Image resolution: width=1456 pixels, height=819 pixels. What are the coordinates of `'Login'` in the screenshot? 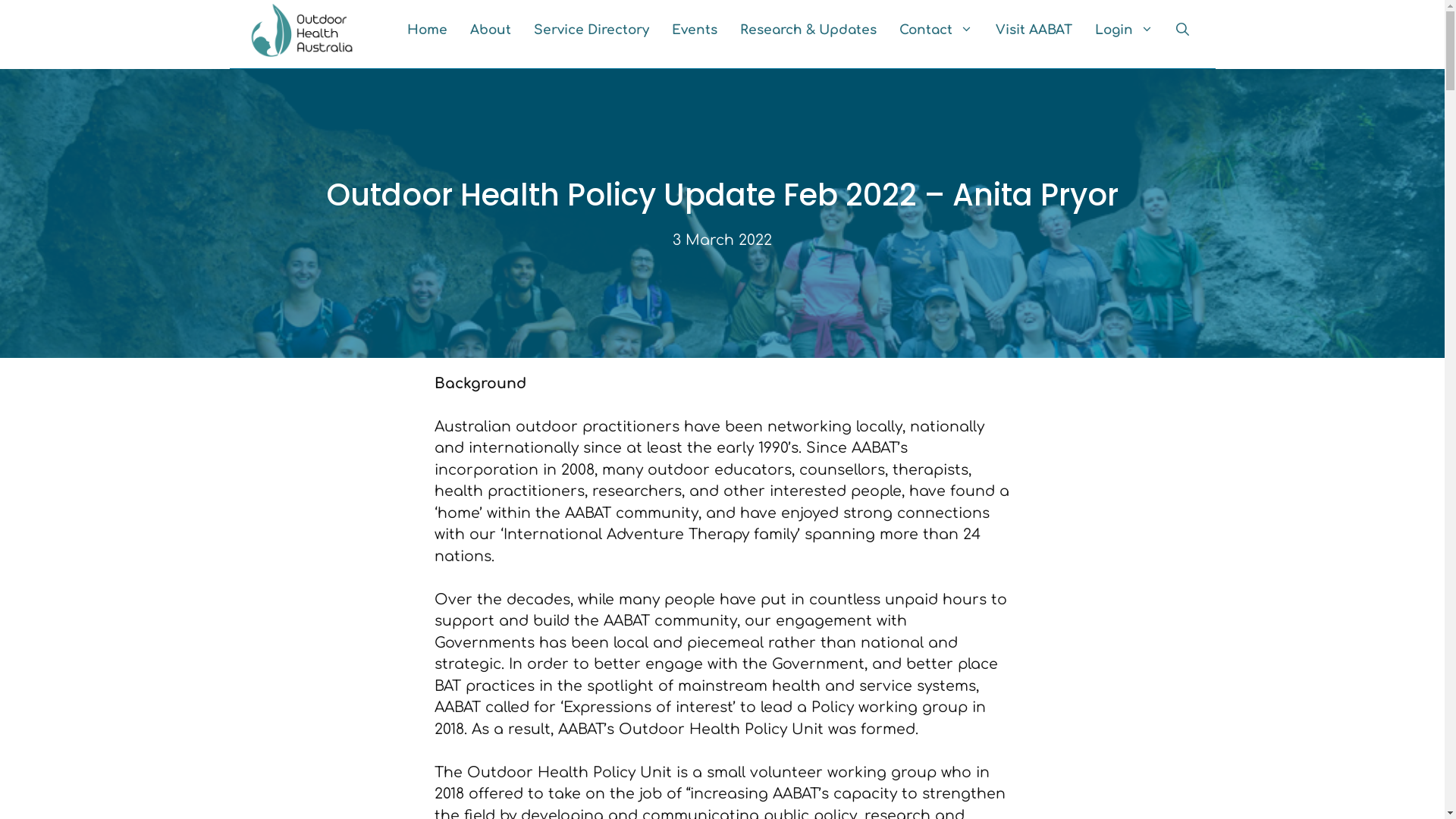 It's located at (1123, 30).